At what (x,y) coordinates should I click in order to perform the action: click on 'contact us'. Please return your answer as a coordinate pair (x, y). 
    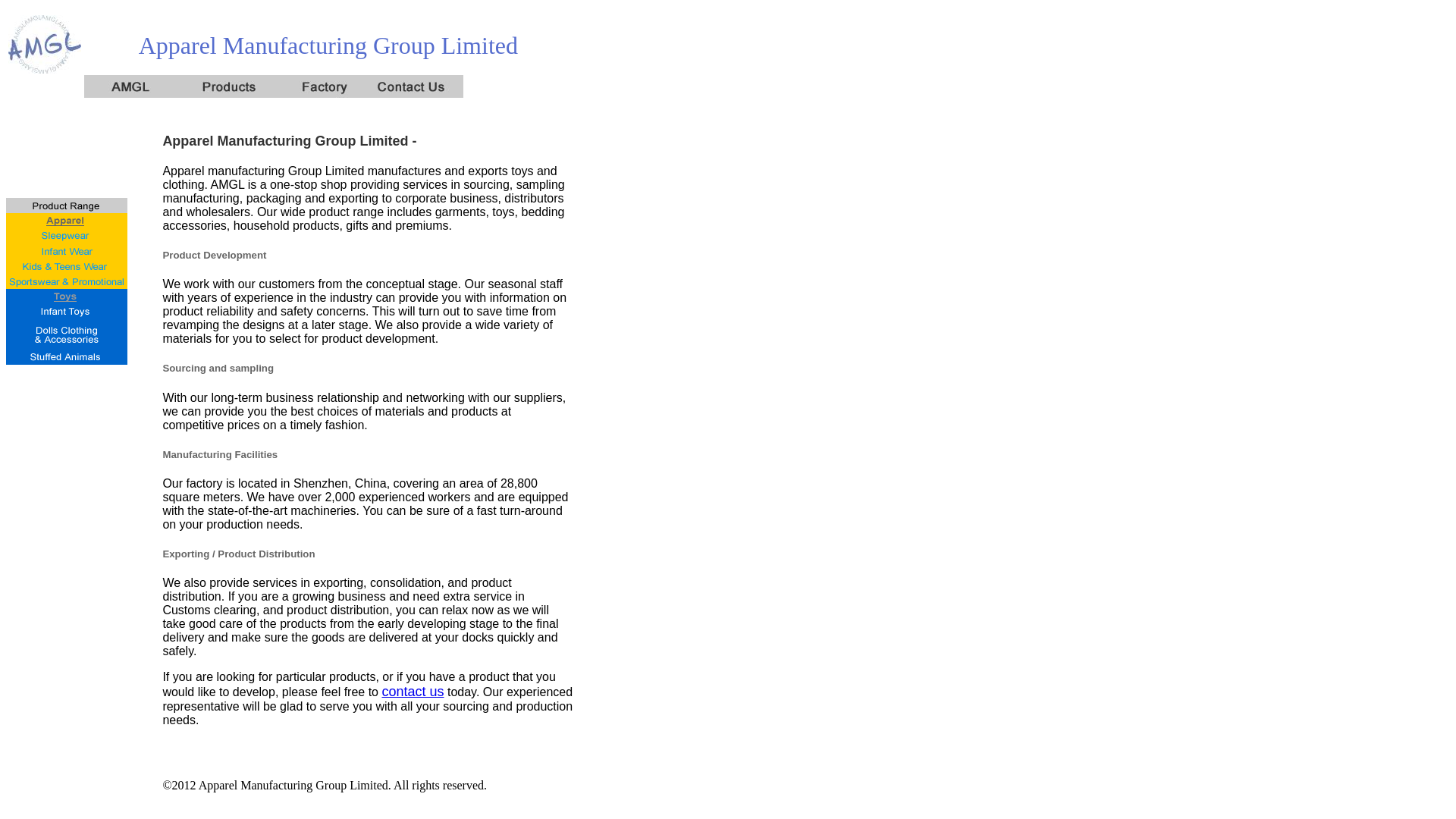
    Looking at the image, I should click on (412, 692).